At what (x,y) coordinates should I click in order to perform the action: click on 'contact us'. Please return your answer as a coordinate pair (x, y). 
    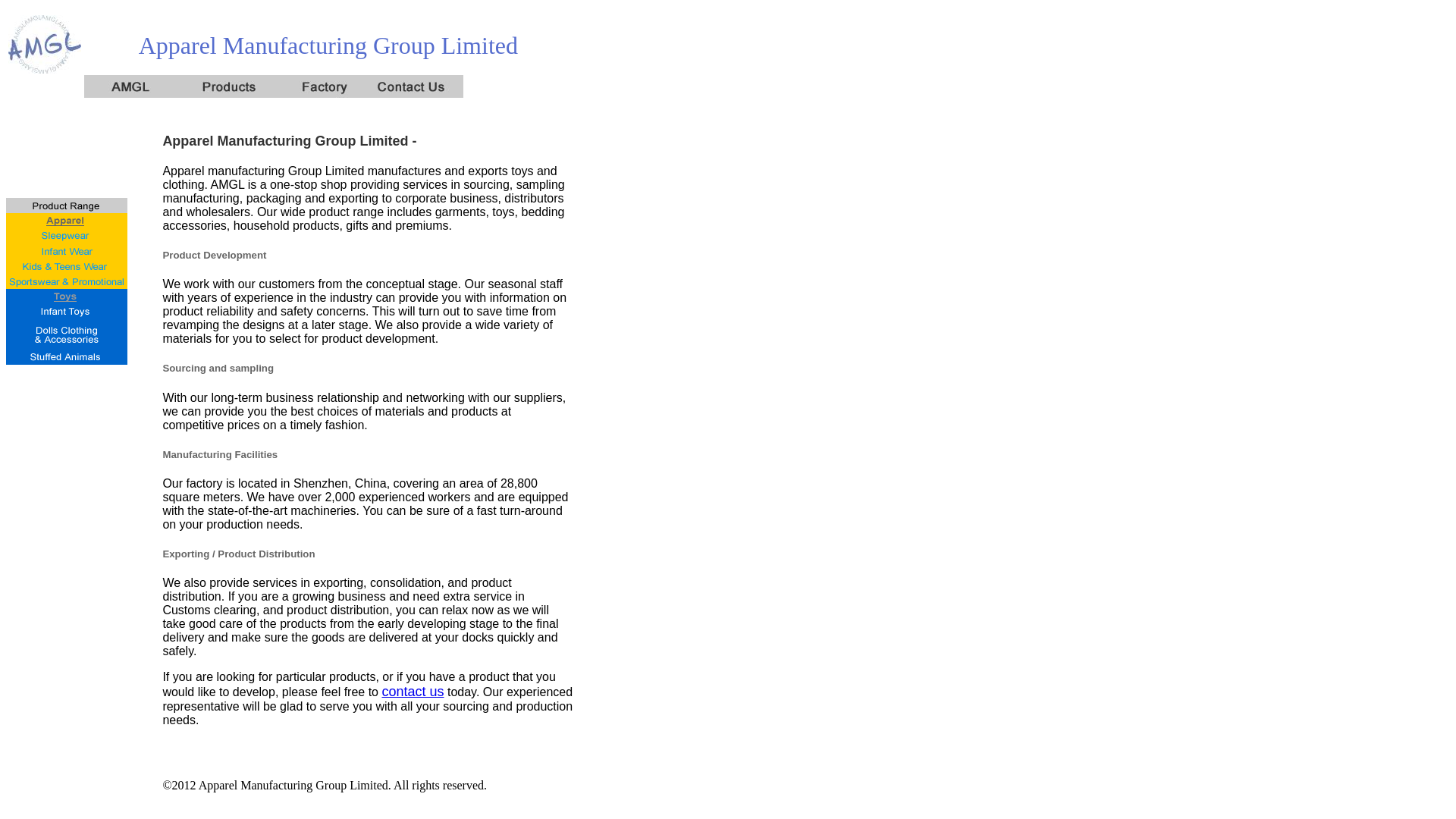
    Looking at the image, I should click on (412, 692).